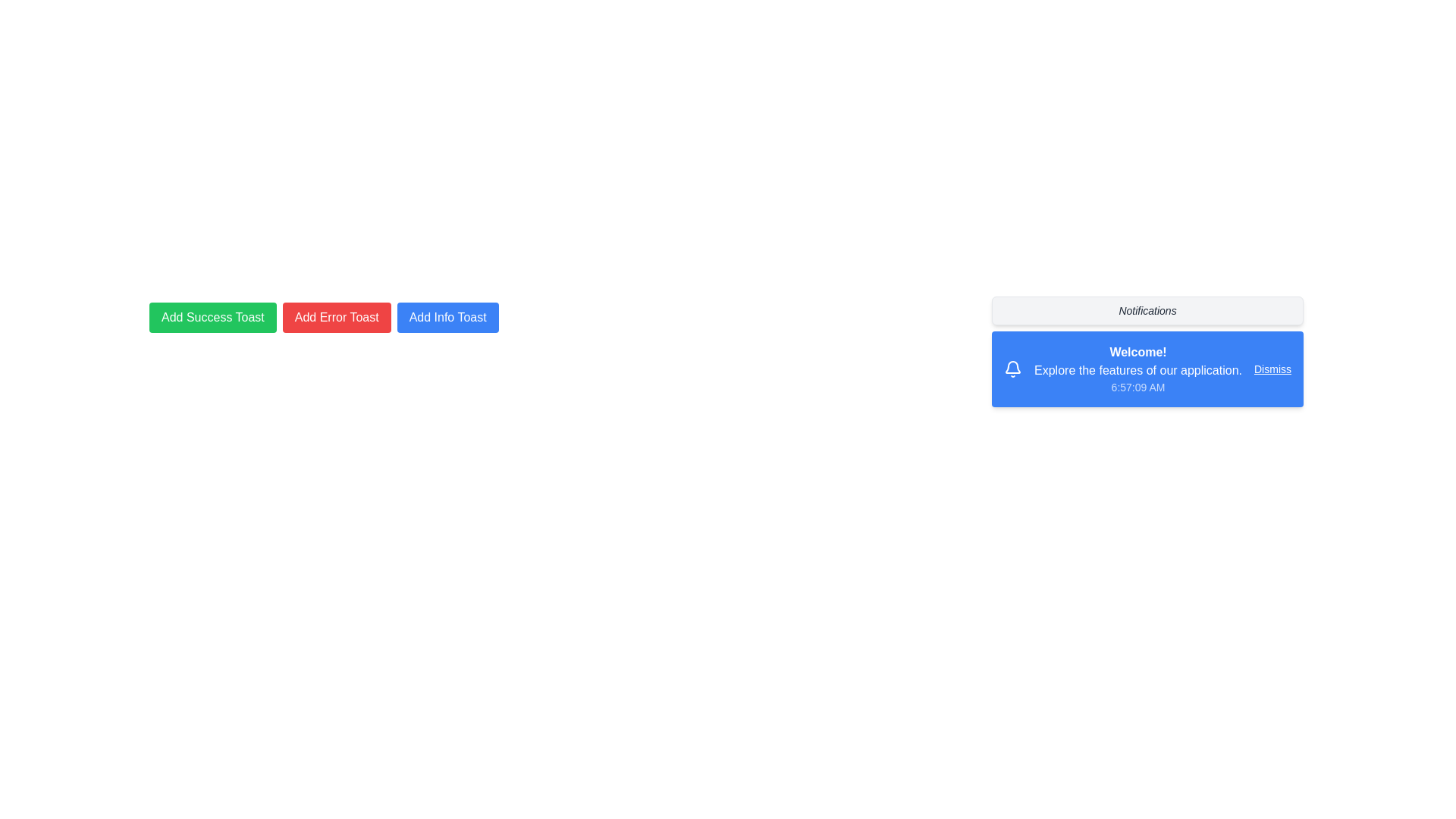  What do you see at coordinates (1138, 371) in the screenshot?
I see `text element that displays 'Explore the features of our application.' which is located in a notification-style box, below the 'Welcome!' heading` at bounding box center [1138, 371].